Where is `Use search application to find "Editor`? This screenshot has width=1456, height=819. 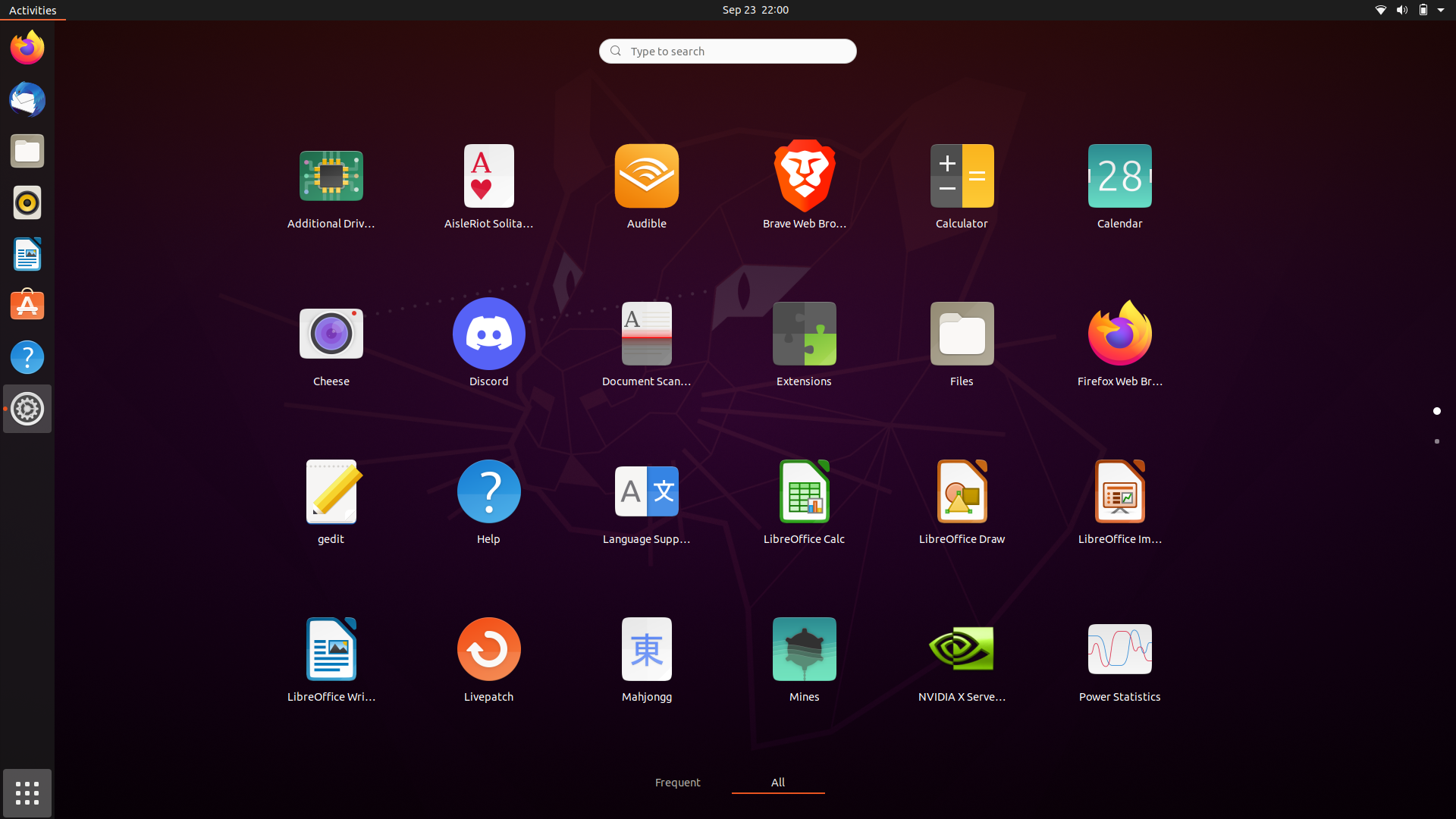
Use search application to find "Editor is located at coordinates (726, 49).